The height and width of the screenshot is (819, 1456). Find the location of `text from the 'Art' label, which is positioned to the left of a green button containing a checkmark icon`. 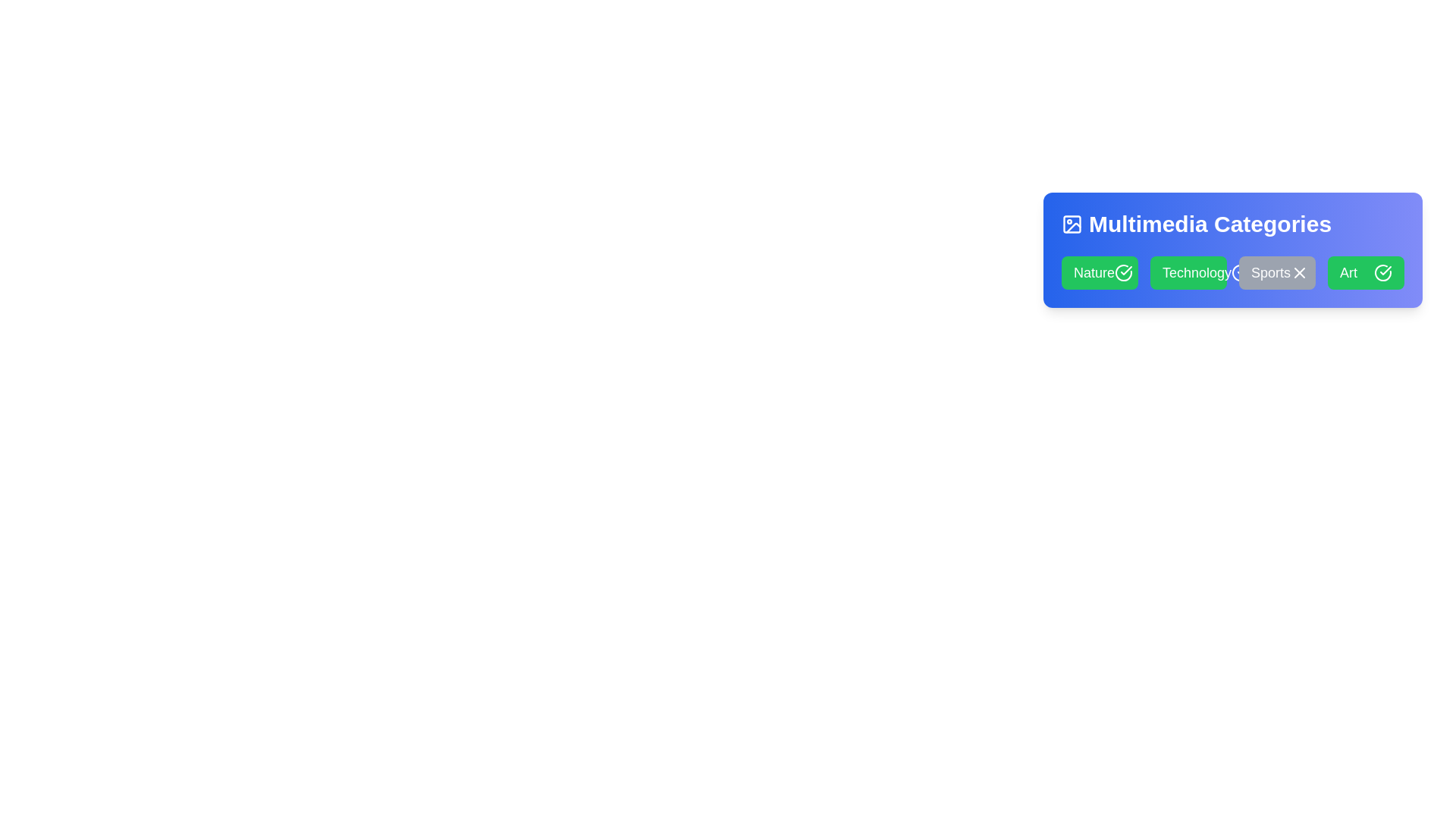

text from the 'Art' label, which is positioned to the left of a green button containing a checkmark icon is located at coordinates (1348, 271).